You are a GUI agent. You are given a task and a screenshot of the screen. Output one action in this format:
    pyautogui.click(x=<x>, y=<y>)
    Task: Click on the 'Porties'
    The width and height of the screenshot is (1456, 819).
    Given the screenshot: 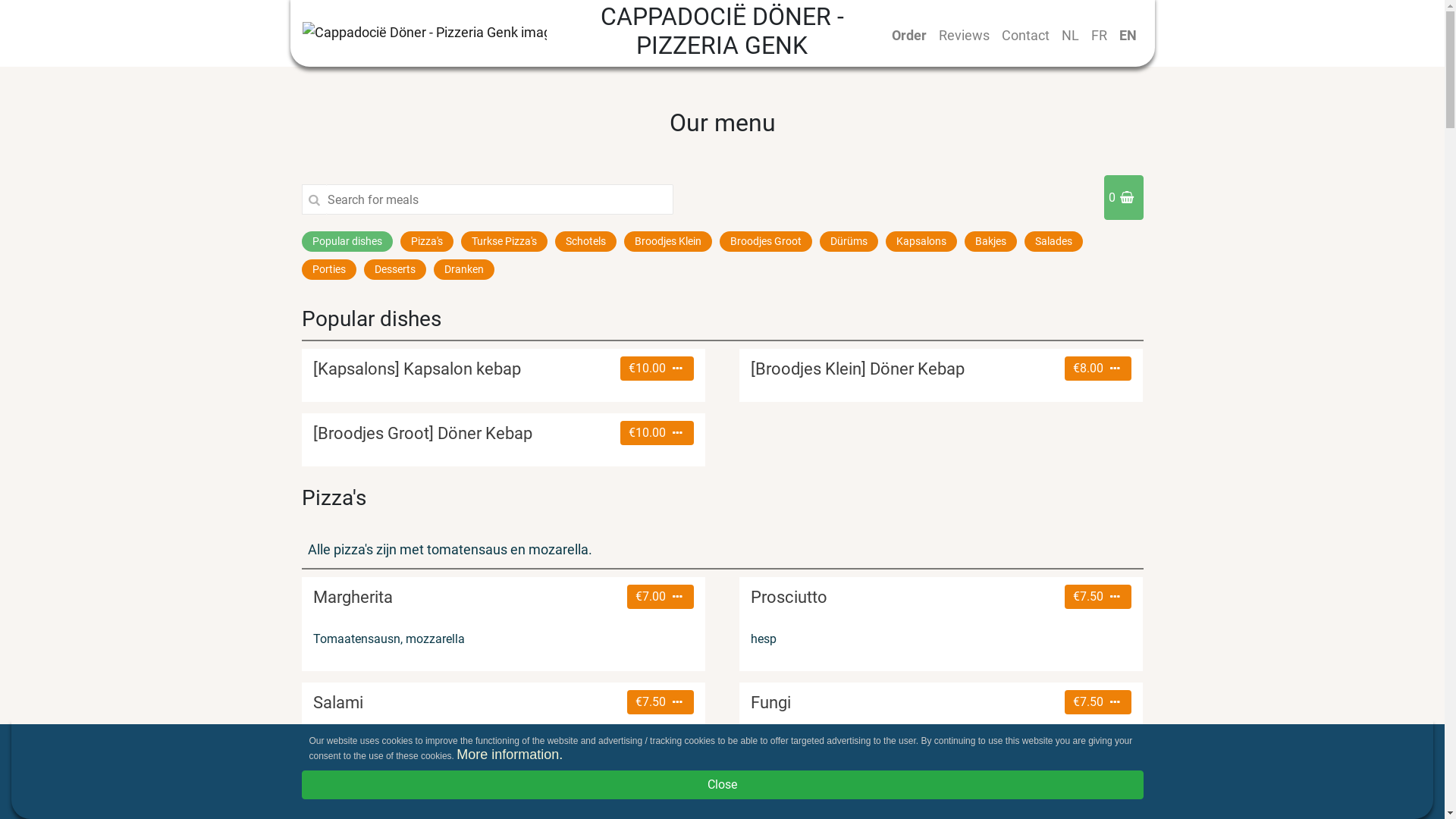 What is the action you would take?
    pyautogui.click(x=328, y=268)
    